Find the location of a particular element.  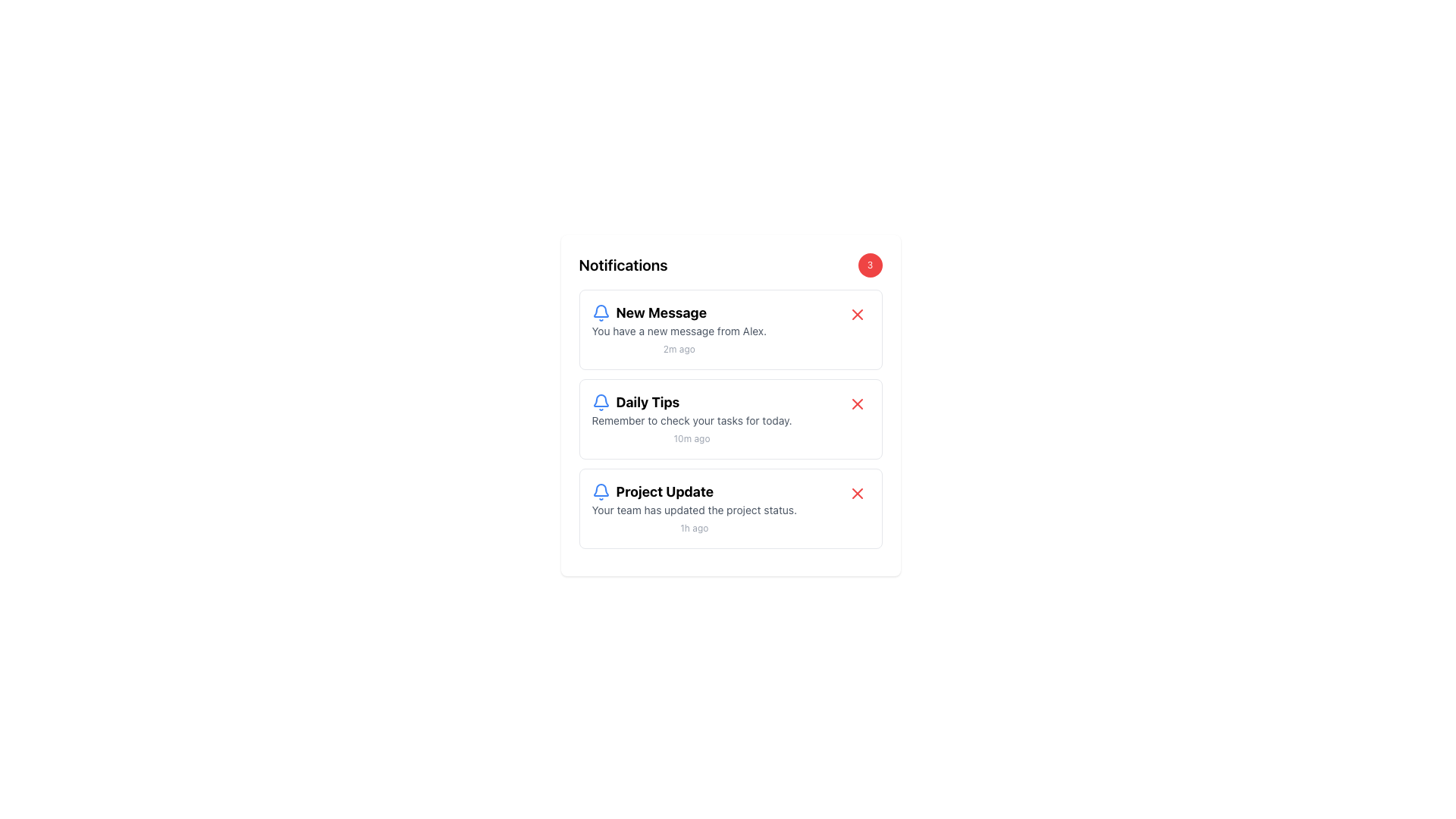

text 'Project Update' from the bold text label located at the top of the third notification entry in a stacked list of notifications is located at coordinates (693, 491).